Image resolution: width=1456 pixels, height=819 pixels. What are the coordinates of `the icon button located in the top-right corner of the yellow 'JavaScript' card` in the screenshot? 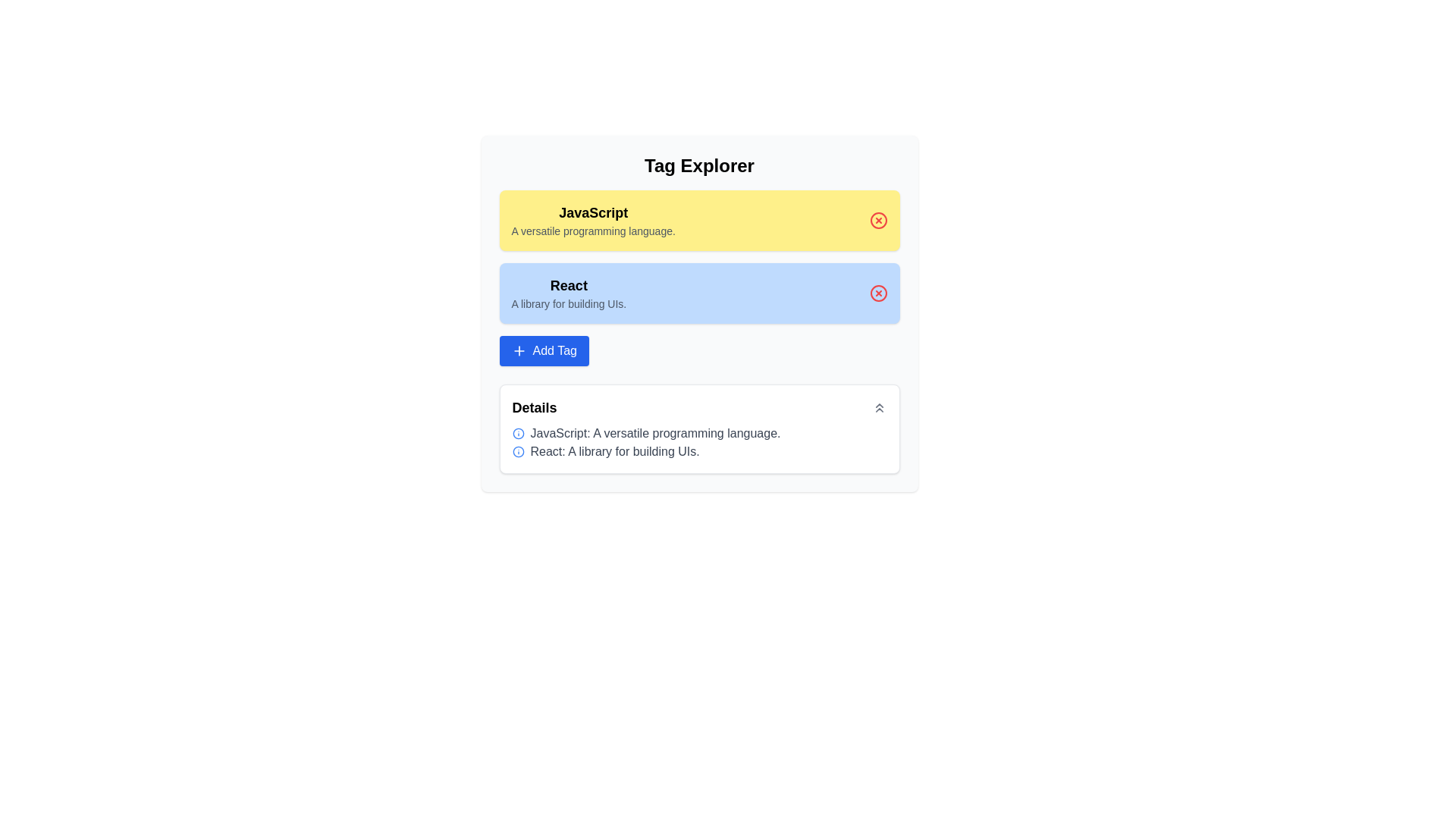 It's located at (878, 220).